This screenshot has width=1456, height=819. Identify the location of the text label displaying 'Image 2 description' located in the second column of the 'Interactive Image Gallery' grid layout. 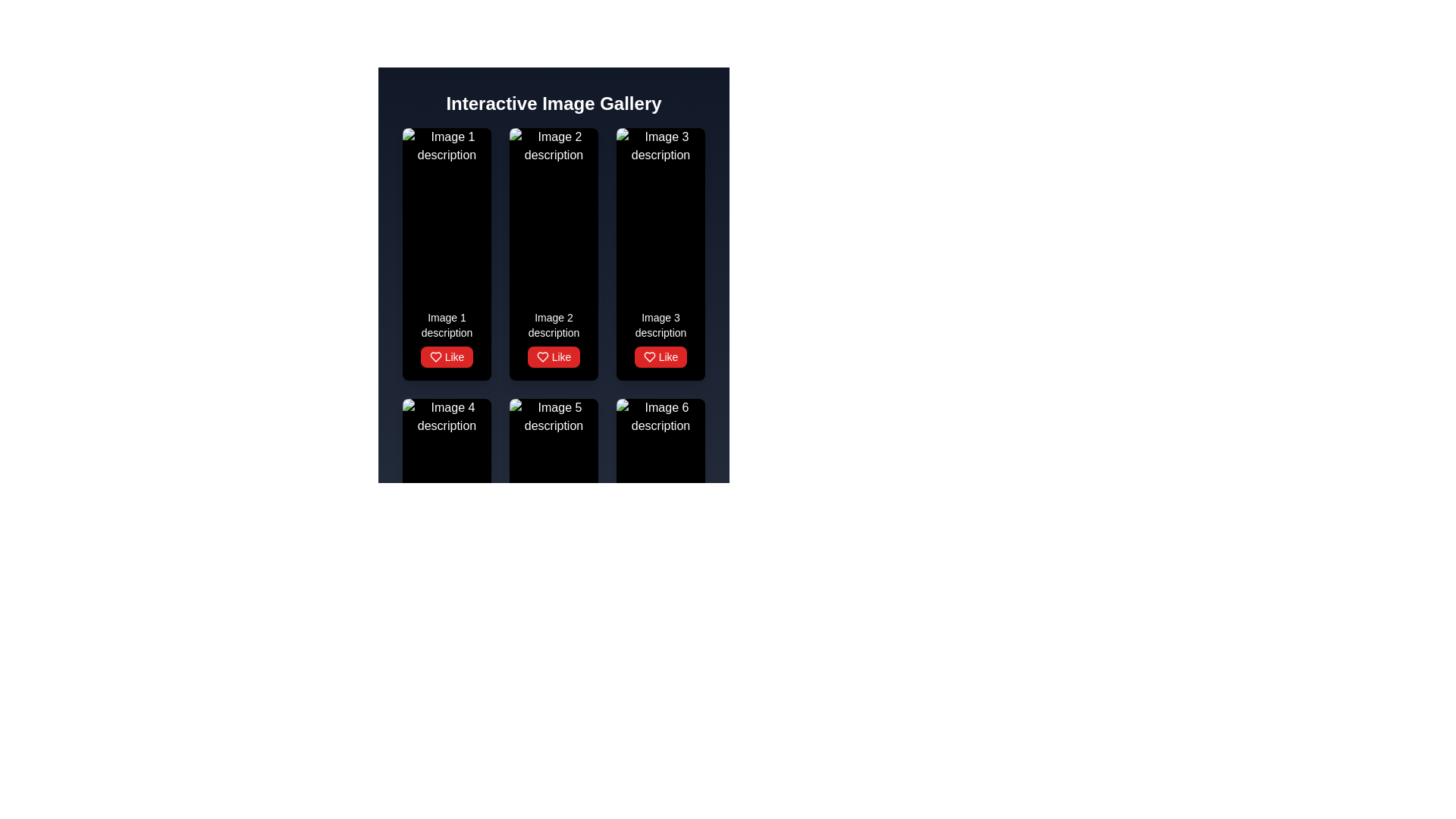
(553, 324).